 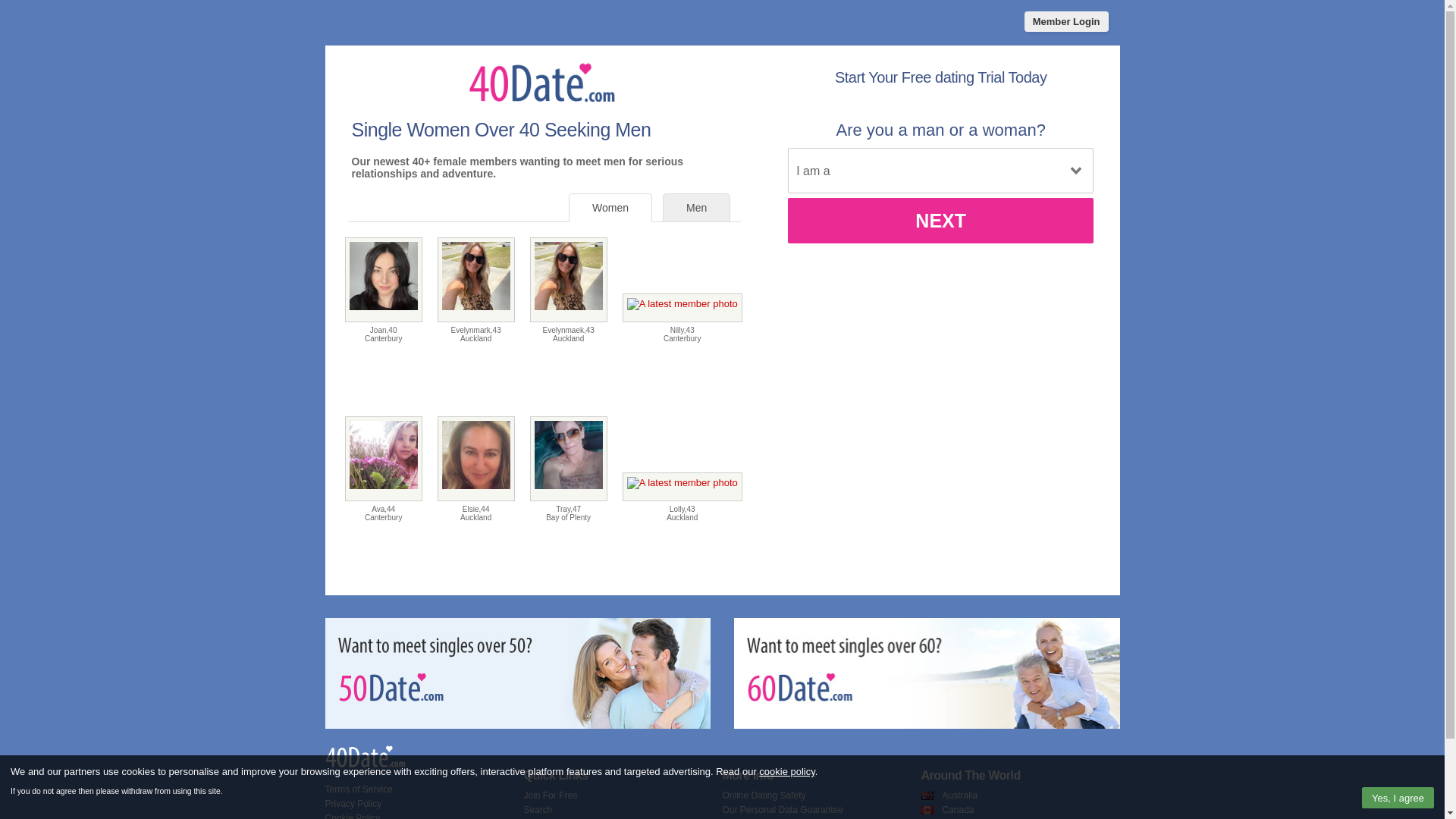 I want to click on 'Women', so click(x=610, y=207).